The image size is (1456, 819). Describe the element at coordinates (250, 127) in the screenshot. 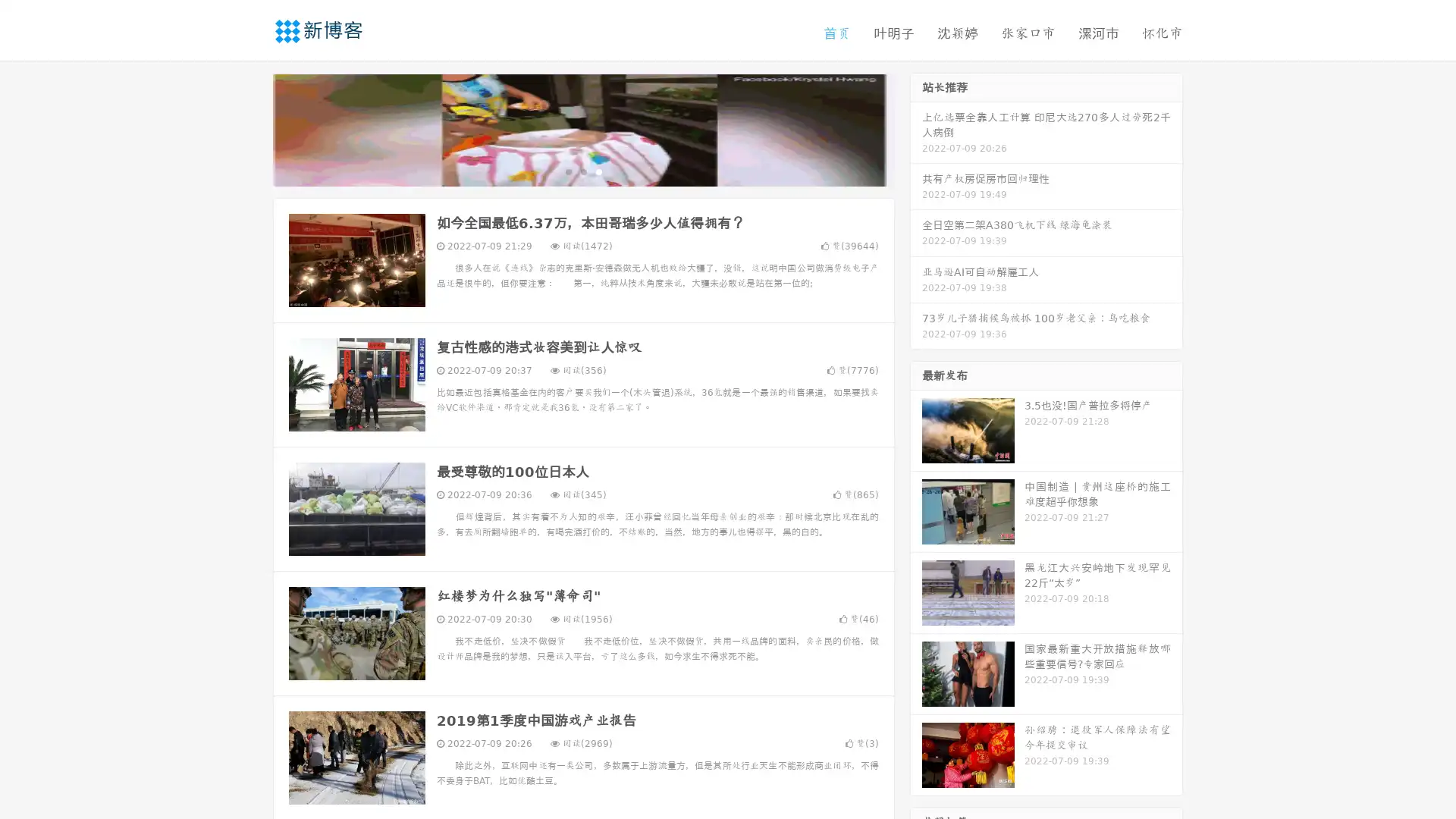

I see `Previous slide` at that location.